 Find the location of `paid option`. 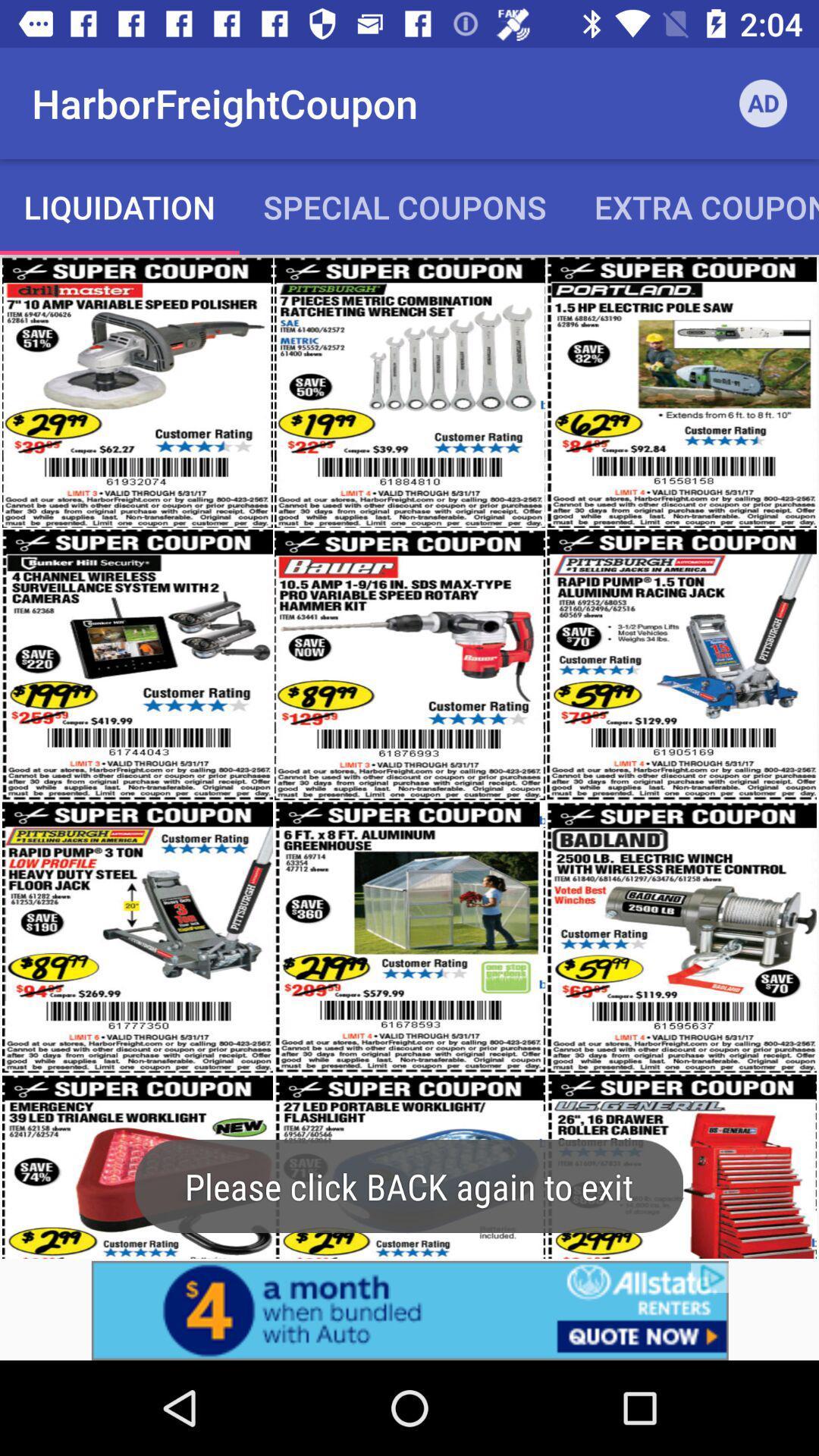

paid option is located at coordinates (409, 1310).